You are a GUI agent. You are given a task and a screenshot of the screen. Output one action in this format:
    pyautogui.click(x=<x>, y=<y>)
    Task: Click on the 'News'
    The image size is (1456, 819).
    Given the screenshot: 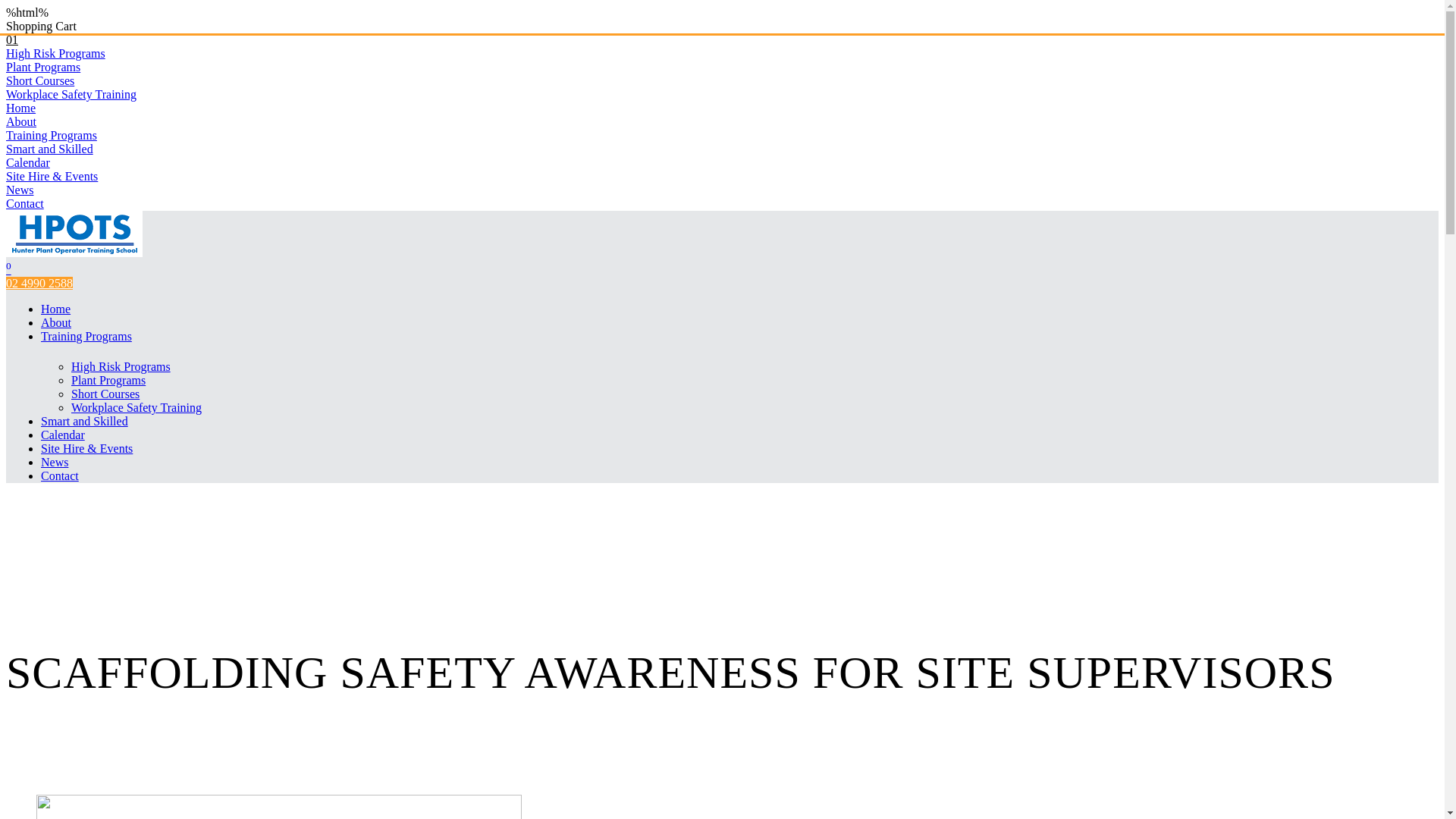 What is the action you would take?
    pyautogui.click(x=55, y=461)
    